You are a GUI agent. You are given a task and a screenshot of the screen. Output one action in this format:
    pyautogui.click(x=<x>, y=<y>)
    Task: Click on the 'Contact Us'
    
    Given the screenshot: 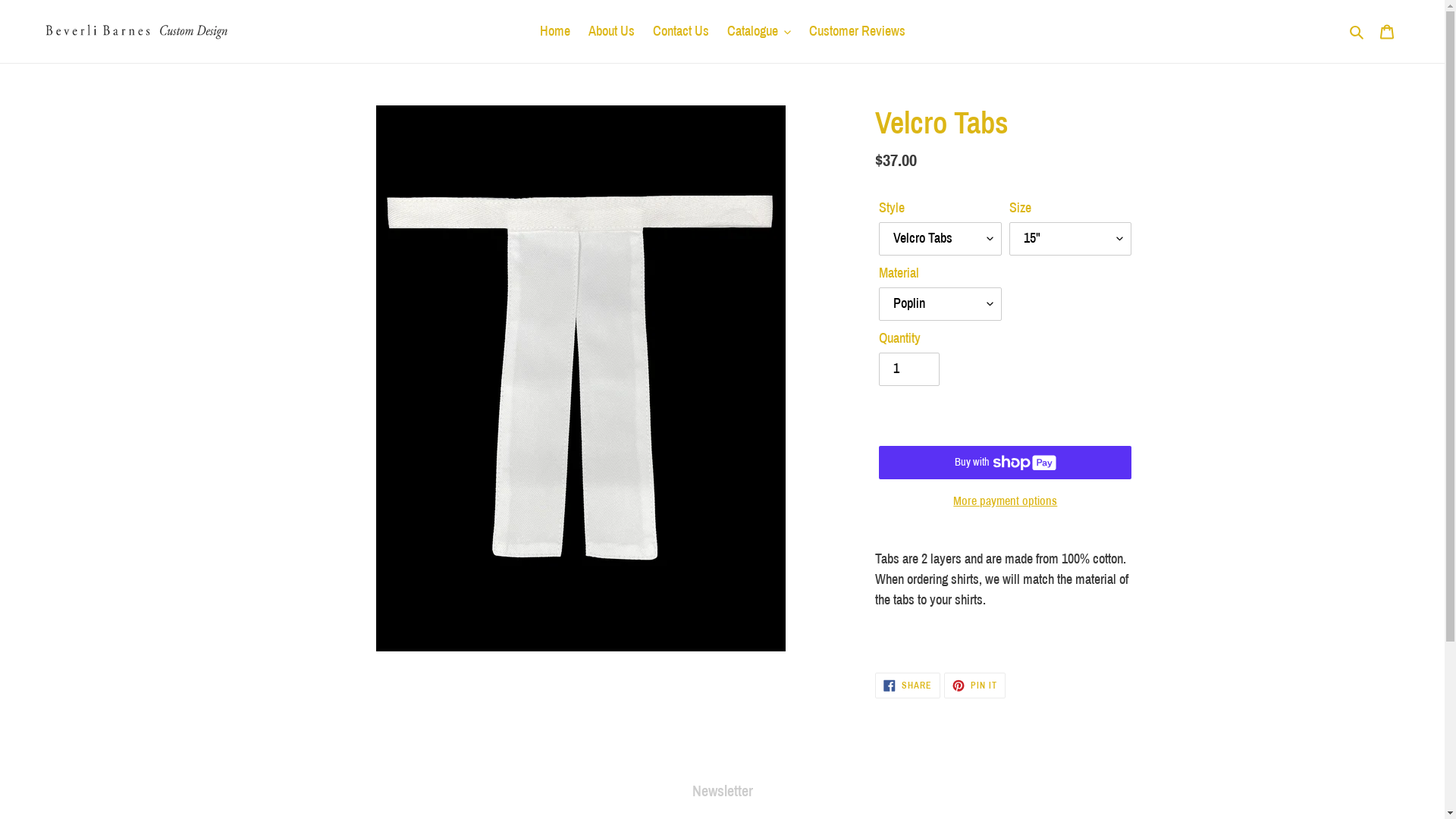 What is the action you would take?
    pyautogui.click(x=679, y=31)
    